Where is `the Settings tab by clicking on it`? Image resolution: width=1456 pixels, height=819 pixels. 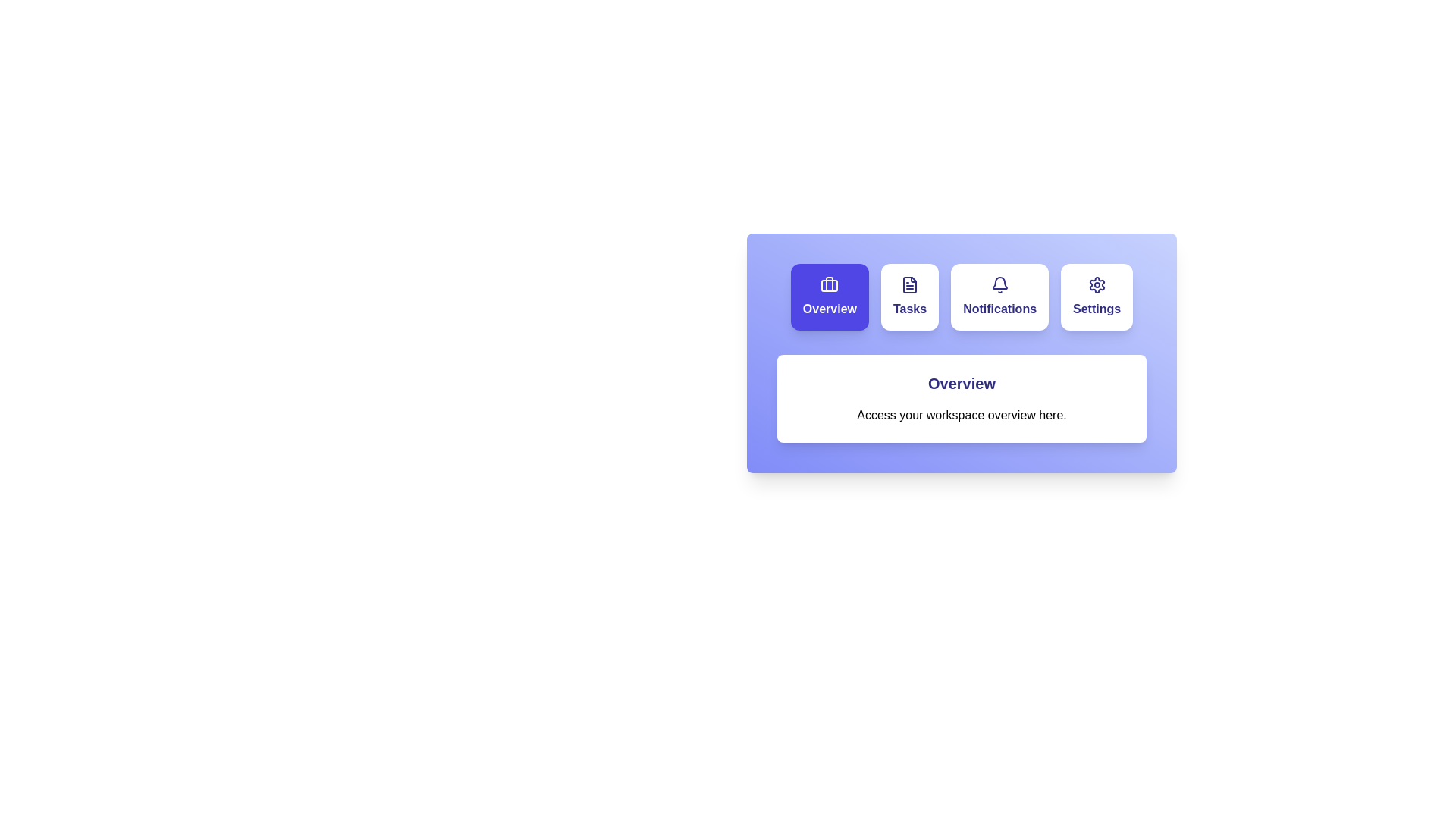
the Settings tab by clicking on it is located at coordinates (1097, 297).